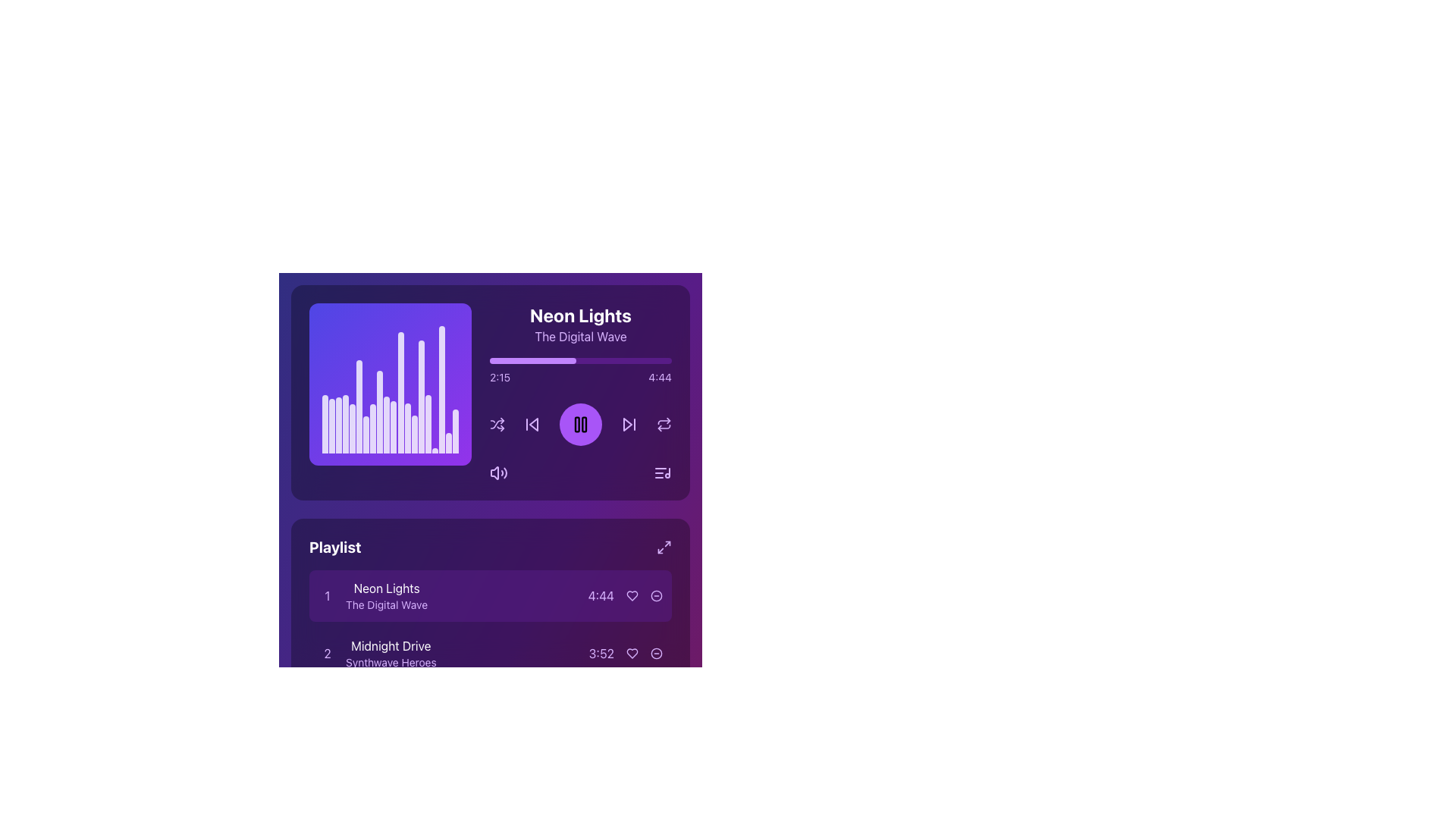  Describe the element at coordinates (600, 595) in the screenshot. I see `the text label that displays the duration of the song in the playlist, located to the far right of the song title and artist information` at that location.